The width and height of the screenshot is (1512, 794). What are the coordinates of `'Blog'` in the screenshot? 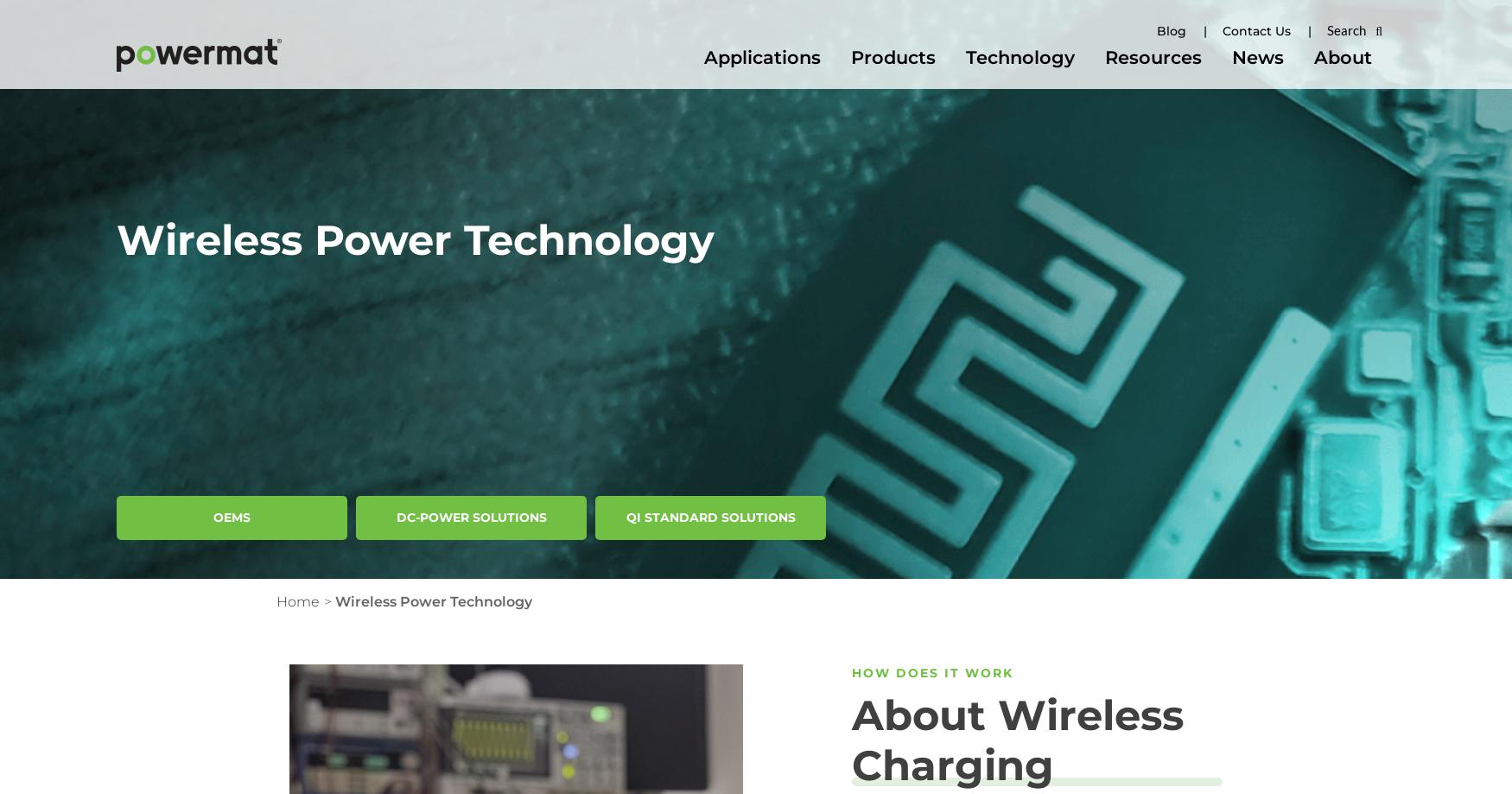 It's located at (1156, 31).